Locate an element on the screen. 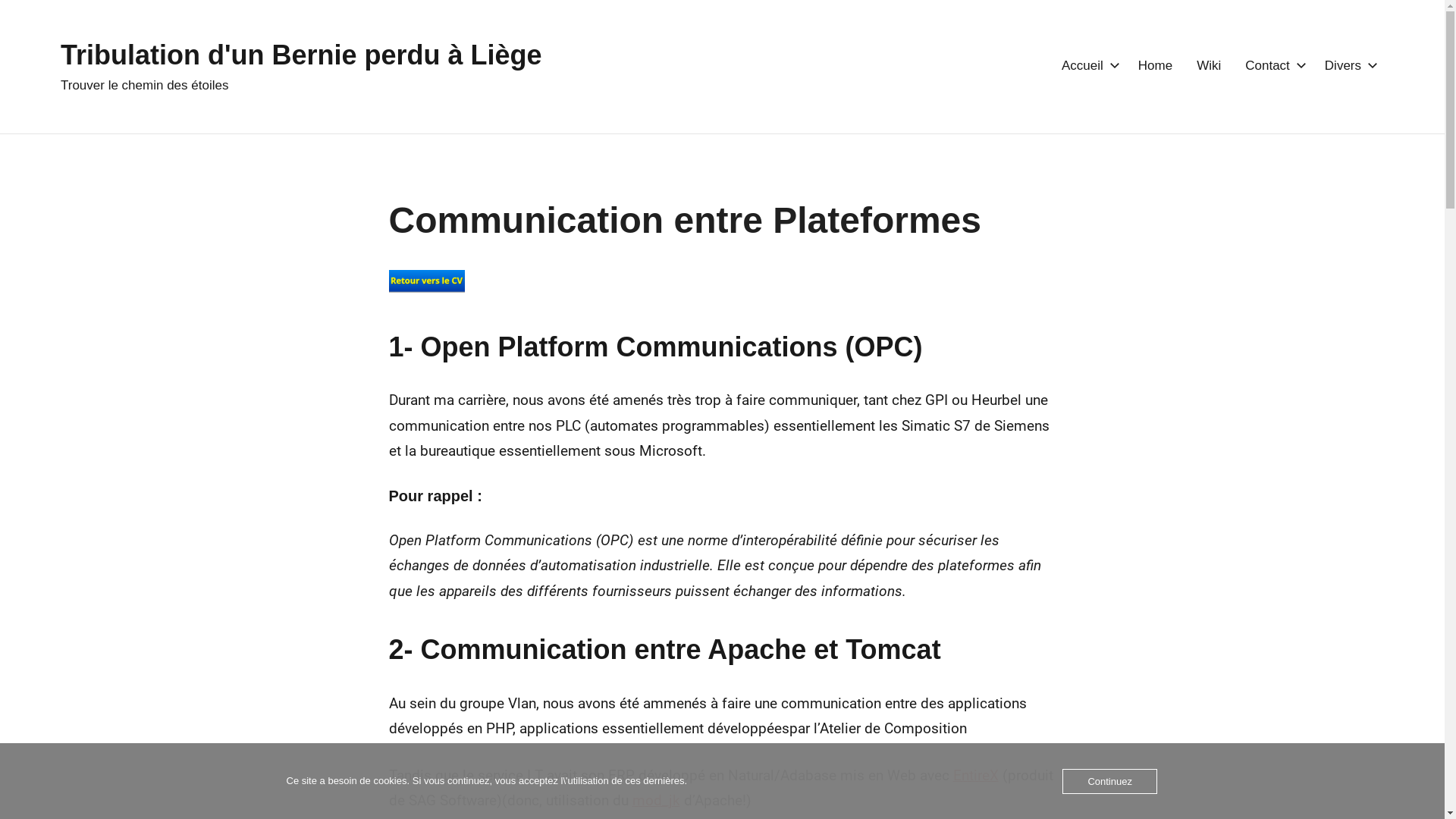  'Wiki' is located at coordinates (1196, 65).